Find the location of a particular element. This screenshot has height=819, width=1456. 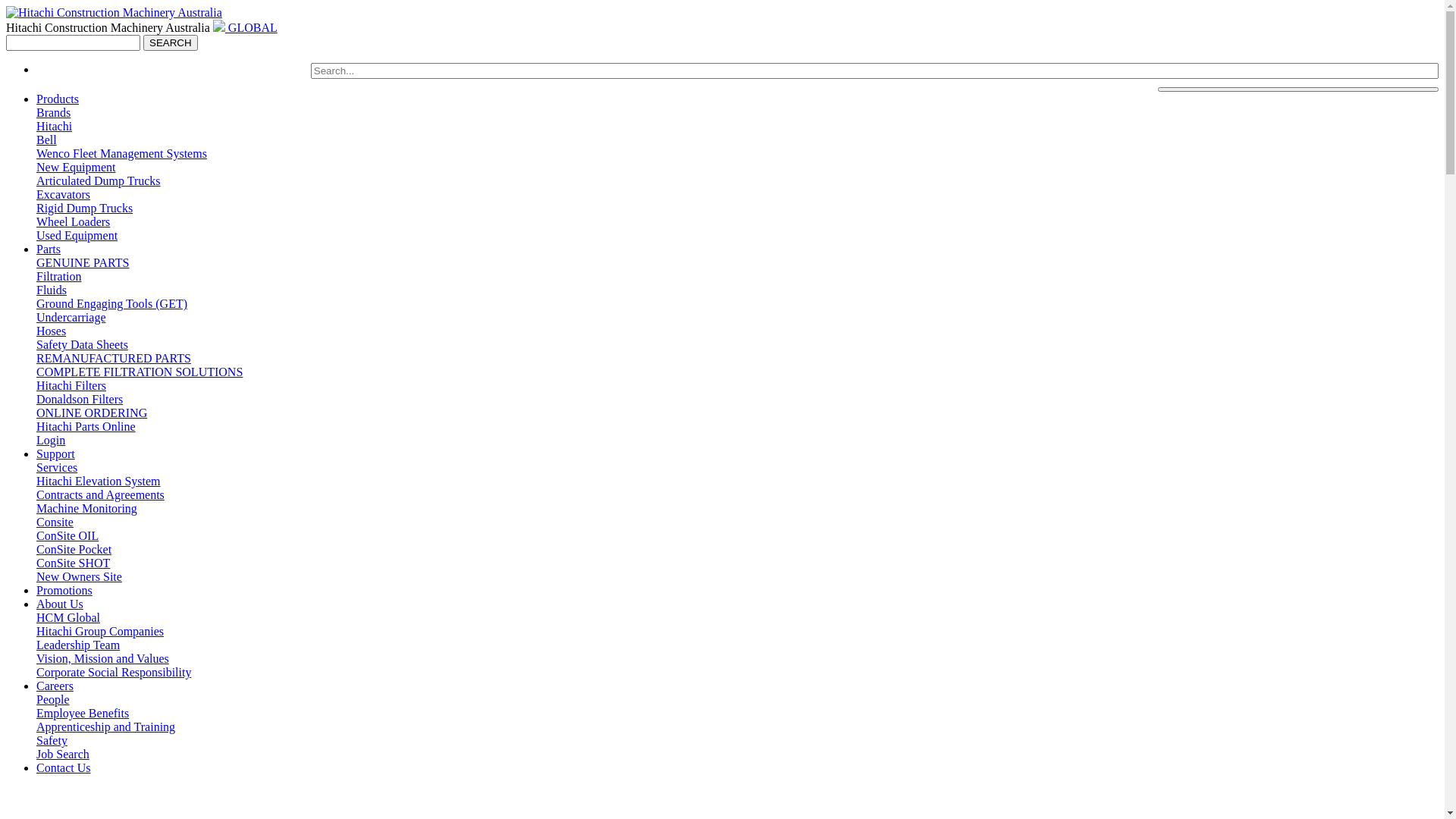

'People' is located at coordinates (36, 699).